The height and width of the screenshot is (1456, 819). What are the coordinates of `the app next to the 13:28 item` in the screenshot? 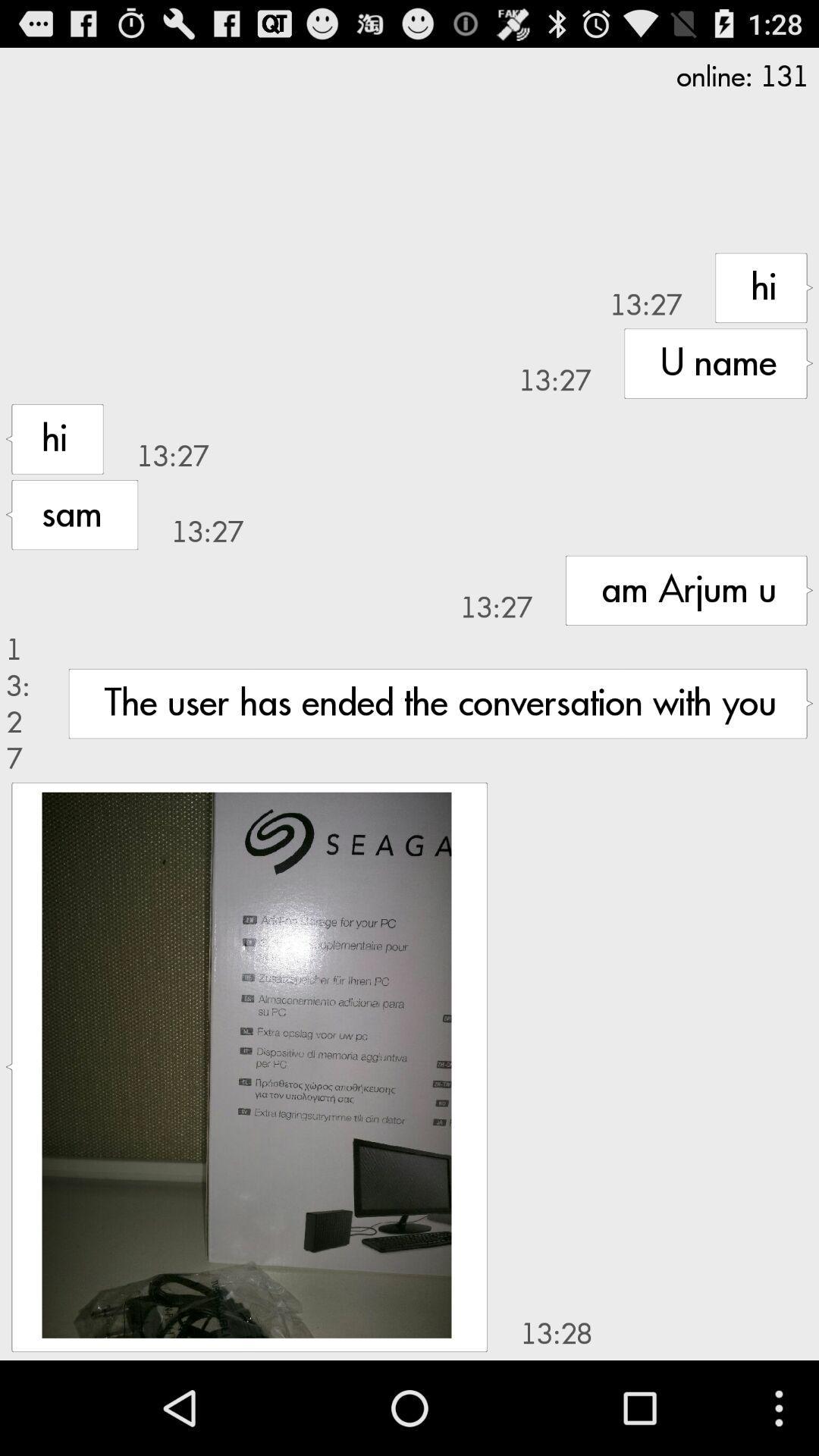 It's located at (246, 1064).